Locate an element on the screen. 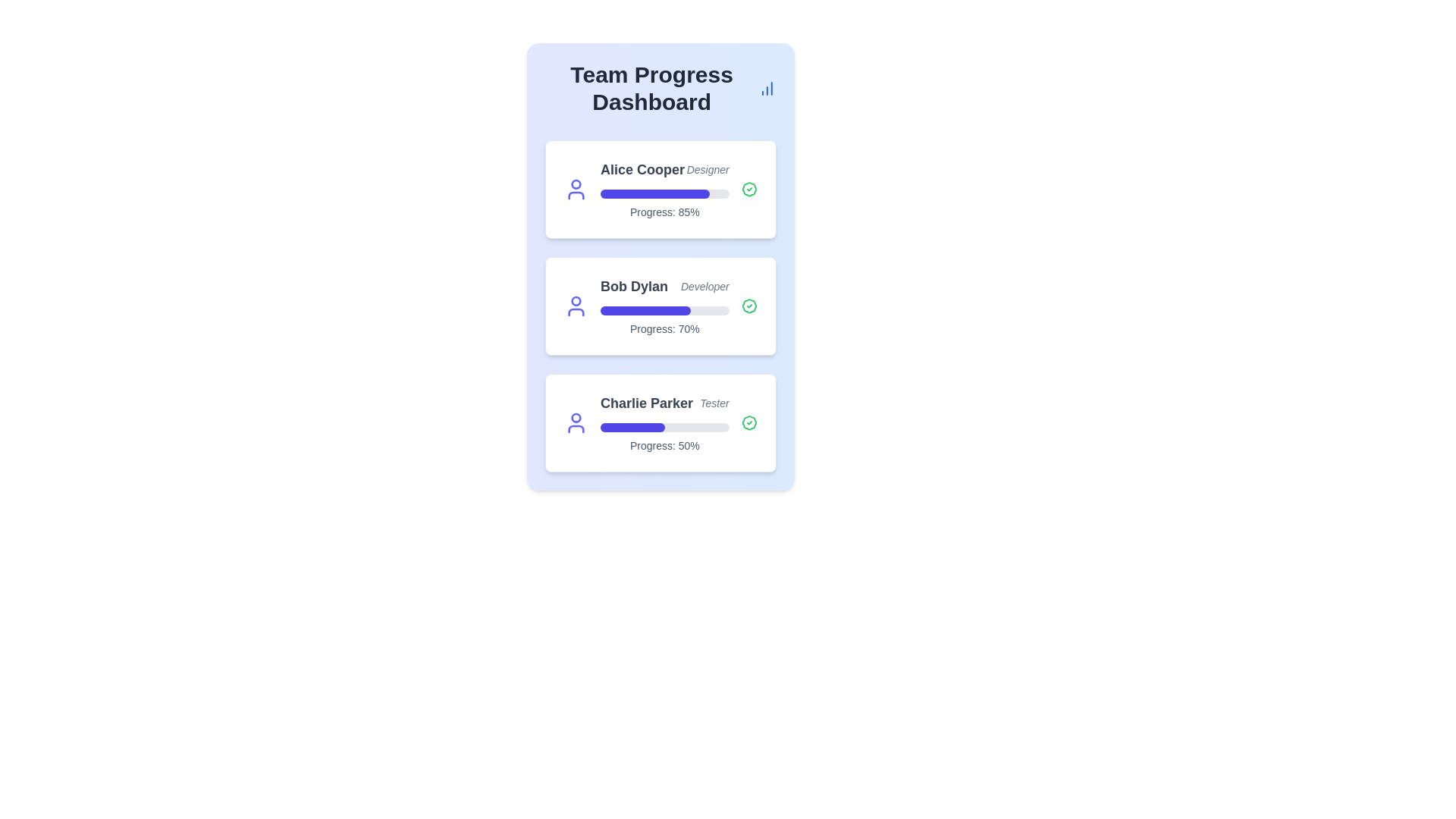  the progress bar and label for 'Charlie Parker', the Tester, which shows 50% completion and is the third element in a vertical list within a card-like component is located at coordinates (664, 423).